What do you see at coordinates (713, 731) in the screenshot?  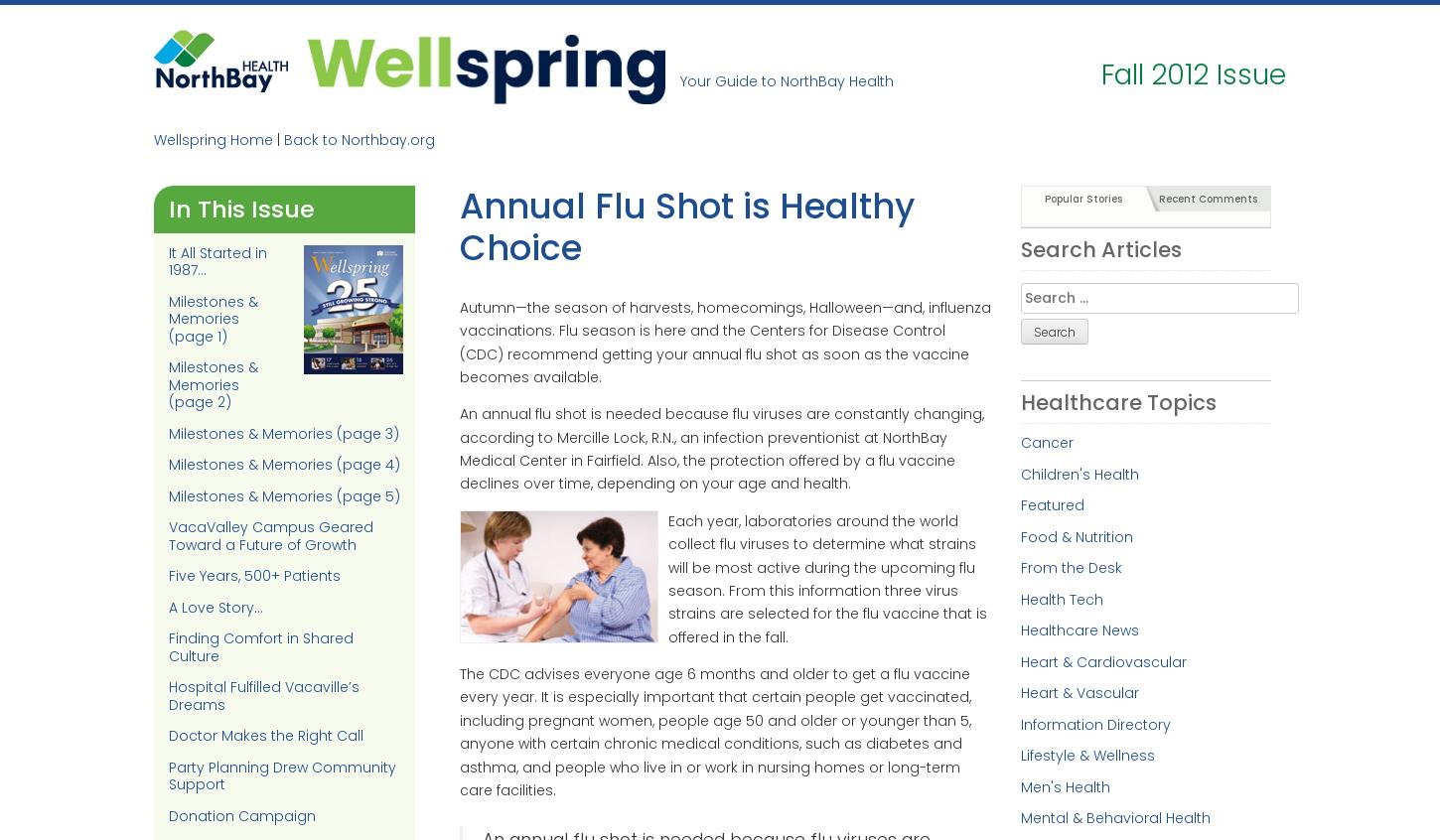 I see `'The CDC advises everyone age 6 months and older to get a flu vaccine every year. It is especially important that certain people get vaccinated, including pregnant women, people age 50 and older or younger than 5, anyone with certain chronic medical conditions, such as diabetes and asthma, and people who live in or work in nursing homes or long-term care facilities.'` at bounding box center [713, 731].